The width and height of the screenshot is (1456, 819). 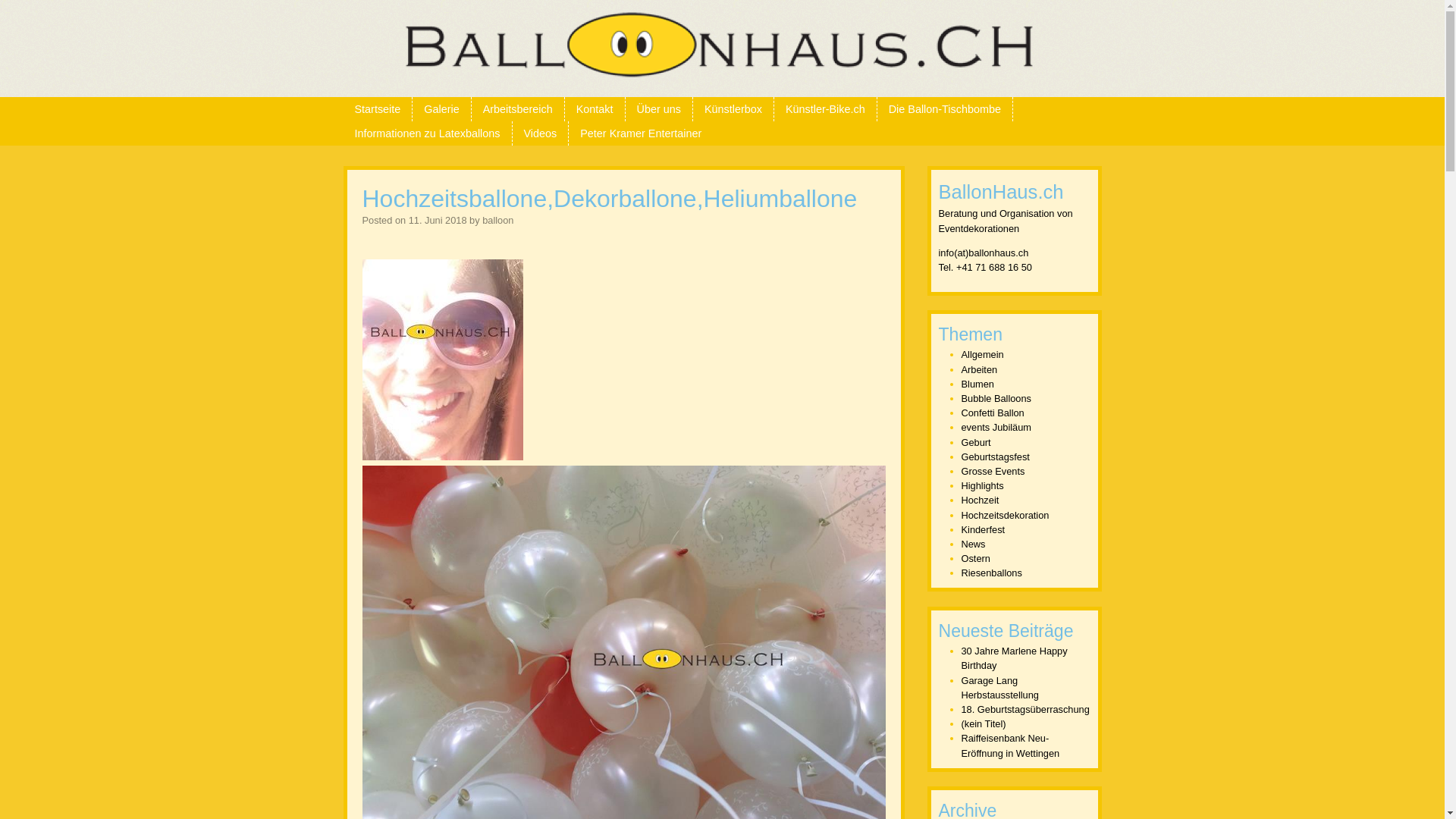 What do you see at coordinates (977, 383) in the screenshot?
I see `'Blumen'` at bounding box center [977, 383].